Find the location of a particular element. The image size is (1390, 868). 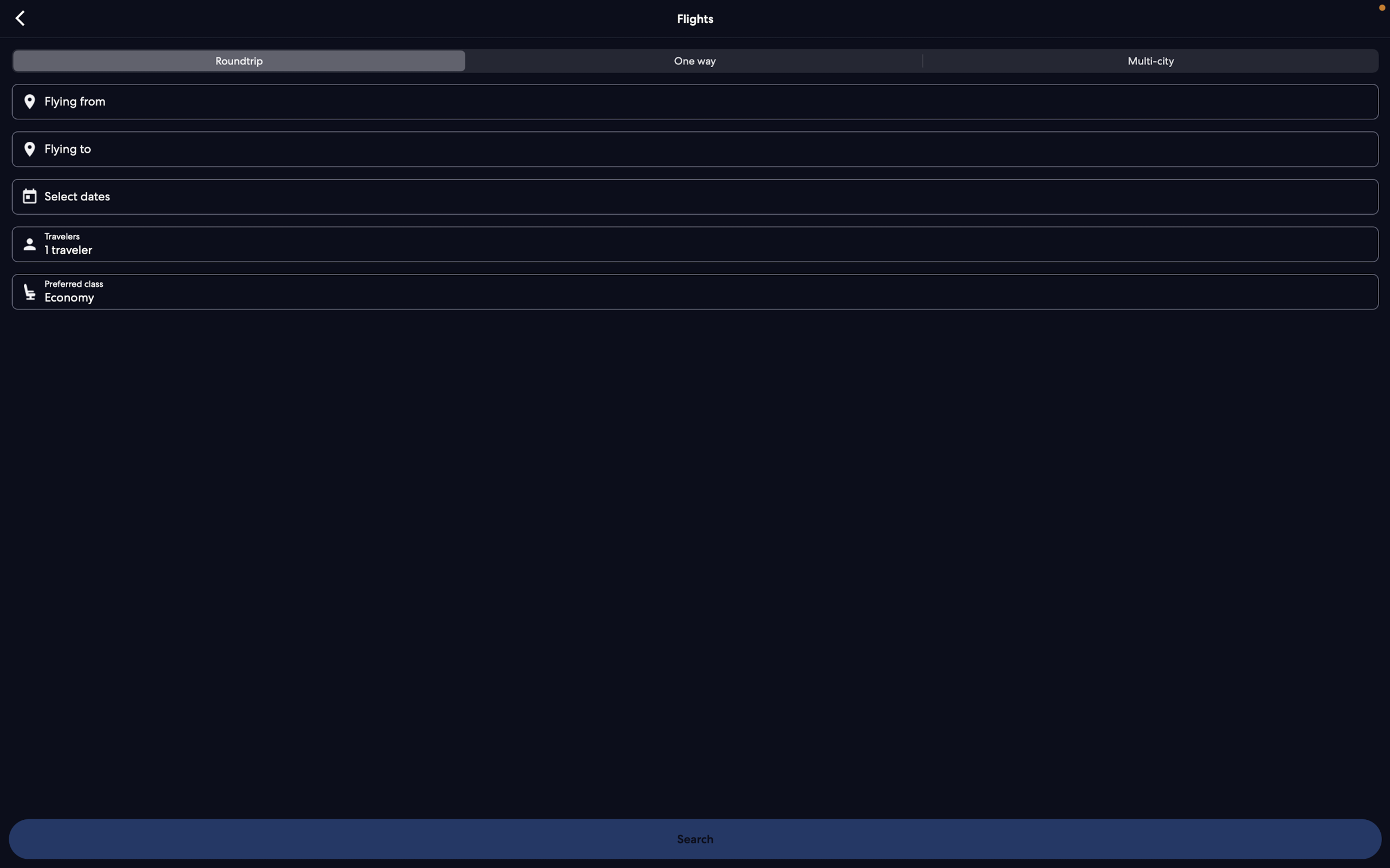

Pick the dates for the journey is located at coordinates (699, 195).